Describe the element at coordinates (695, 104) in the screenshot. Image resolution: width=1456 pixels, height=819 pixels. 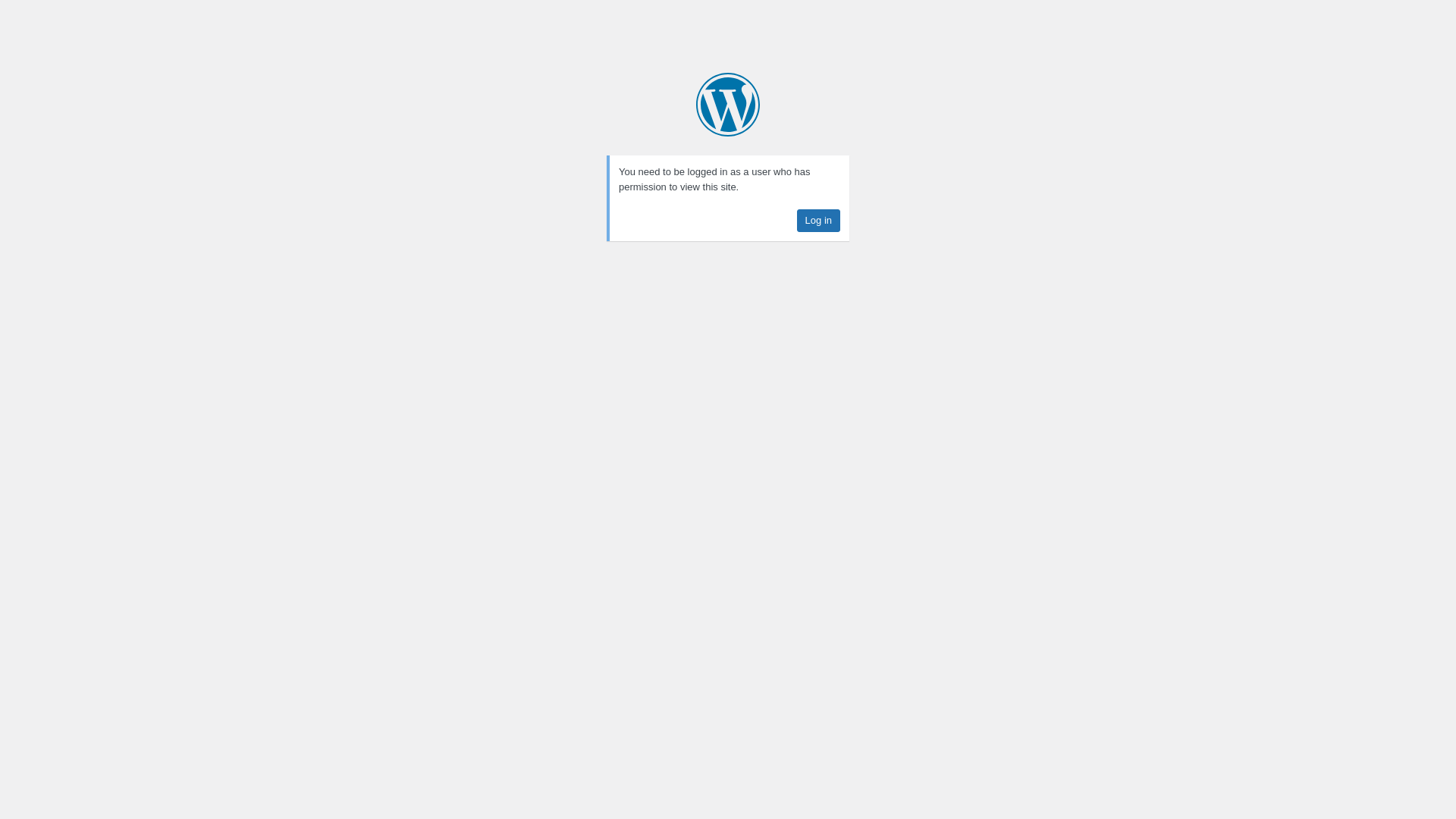
I see `'Private Site'` at that location.